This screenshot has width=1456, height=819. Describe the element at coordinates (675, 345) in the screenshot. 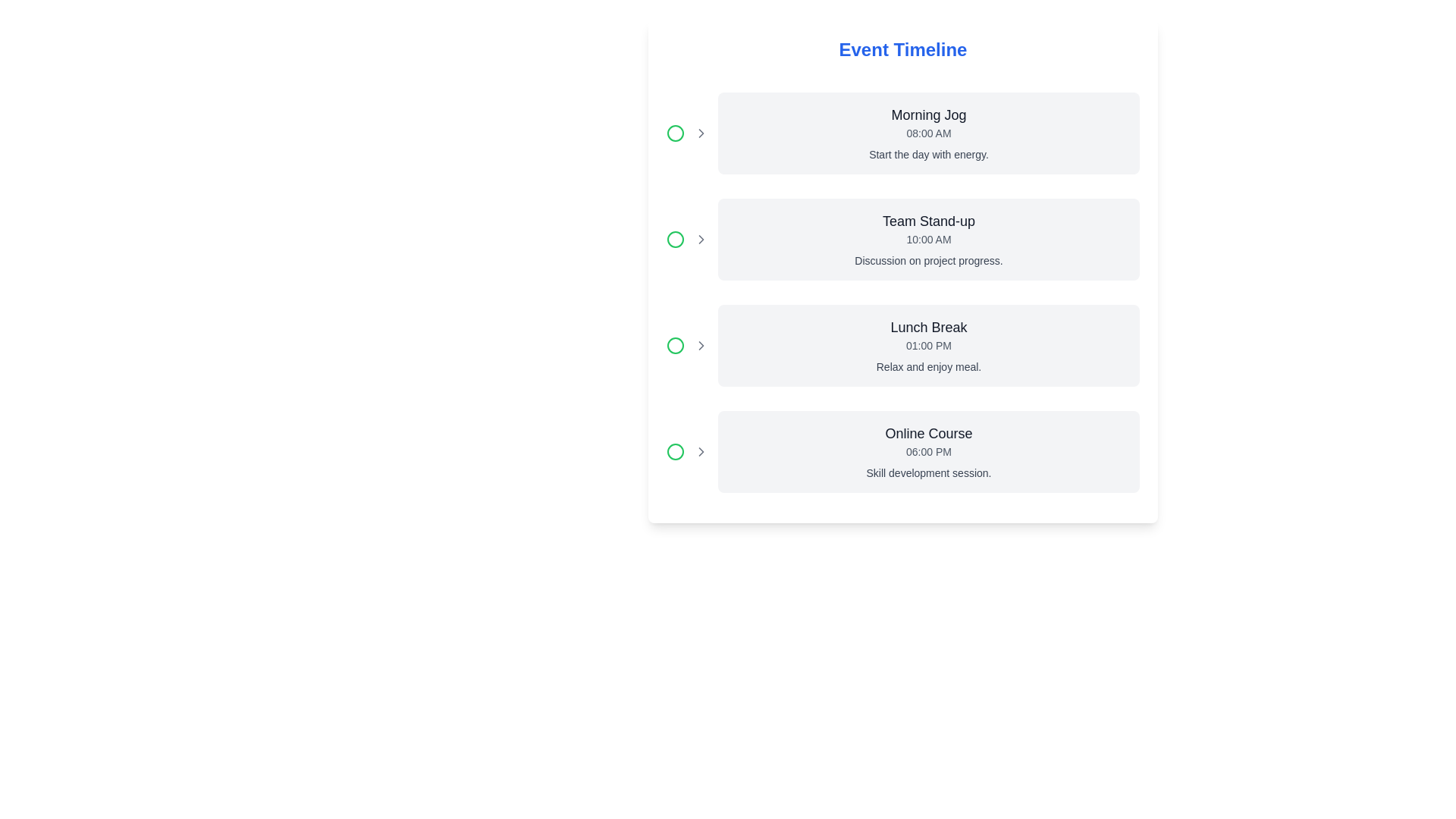

I see `the Circular Icon Indicator on the left side of the third row, which represents the status of the 'Lunch Break' event` at that location.